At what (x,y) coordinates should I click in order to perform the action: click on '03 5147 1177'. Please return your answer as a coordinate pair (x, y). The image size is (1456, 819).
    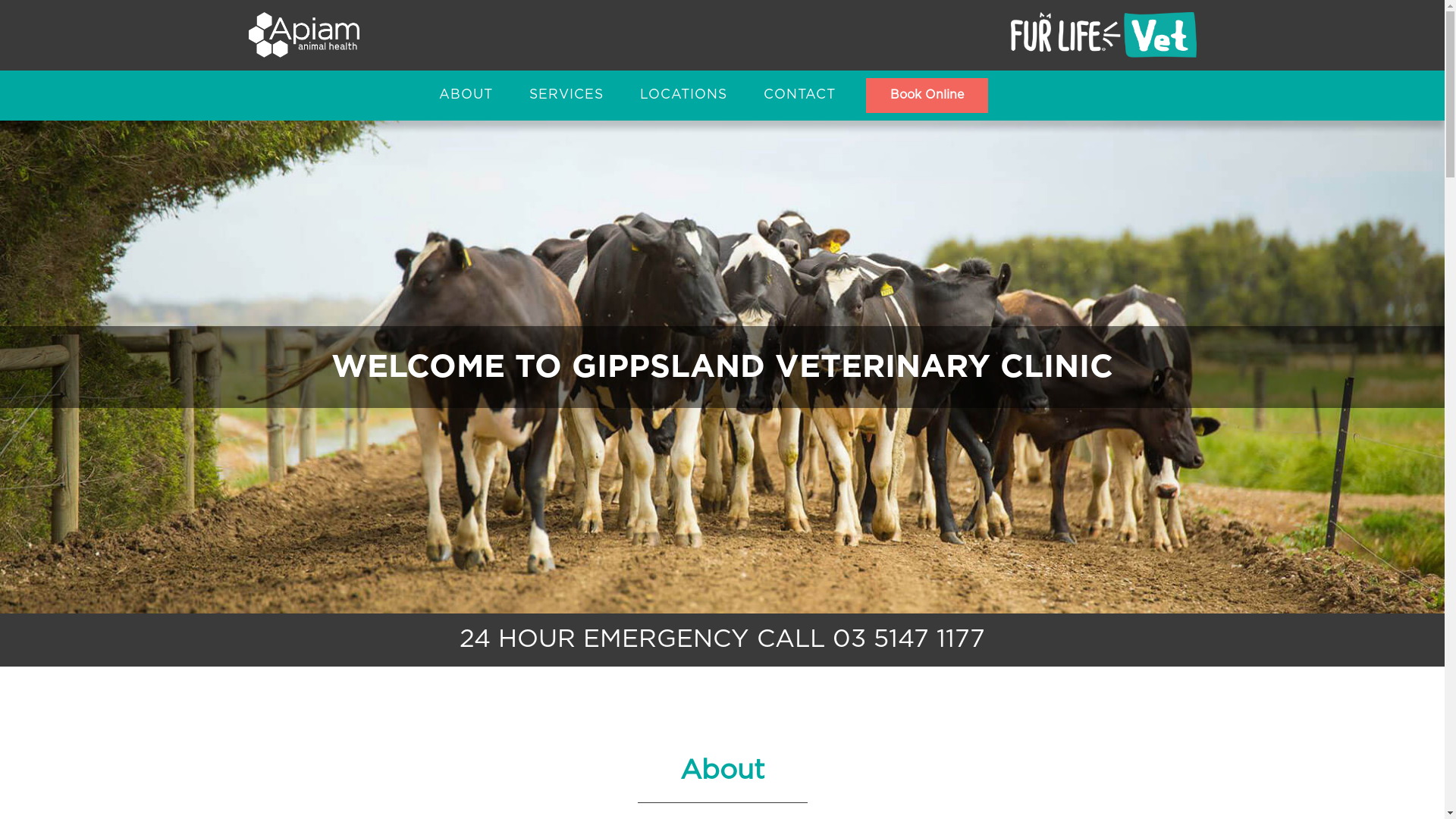
    Looking at the image, I should click on (908, 639).